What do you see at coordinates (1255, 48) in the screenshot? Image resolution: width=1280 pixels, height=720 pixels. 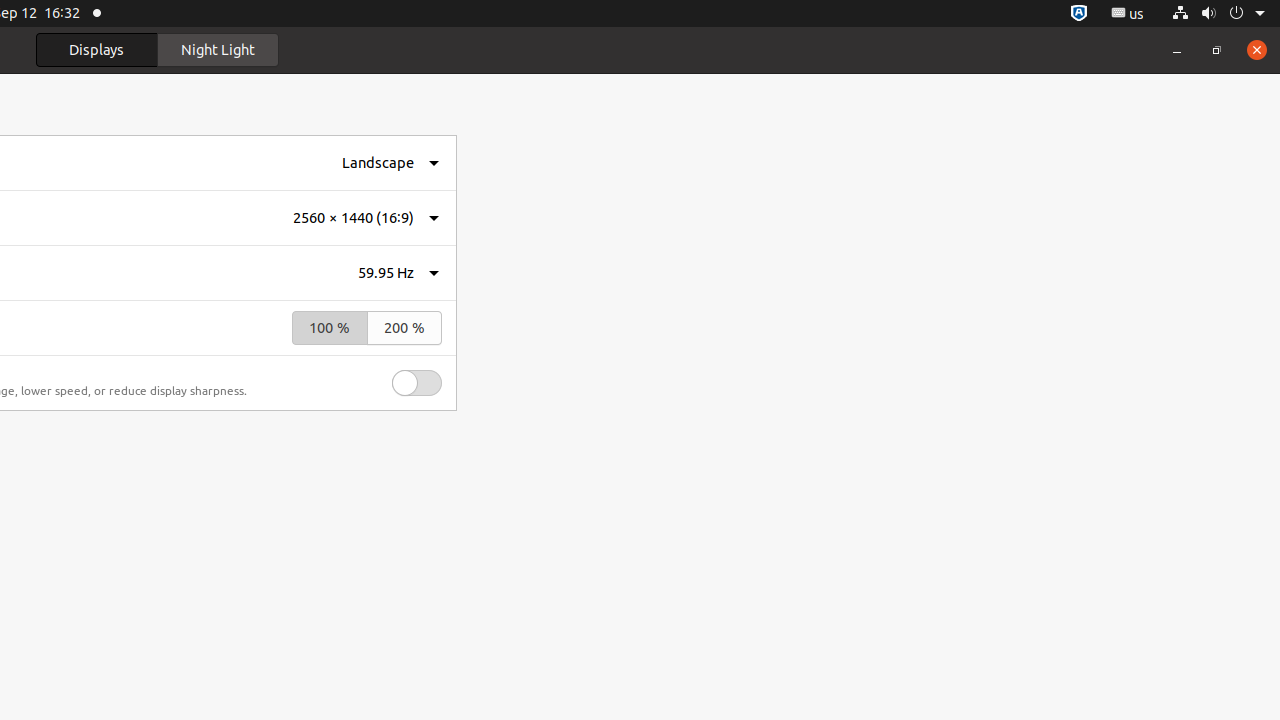 I see `'Close'` at bounding box center [1255, 48].